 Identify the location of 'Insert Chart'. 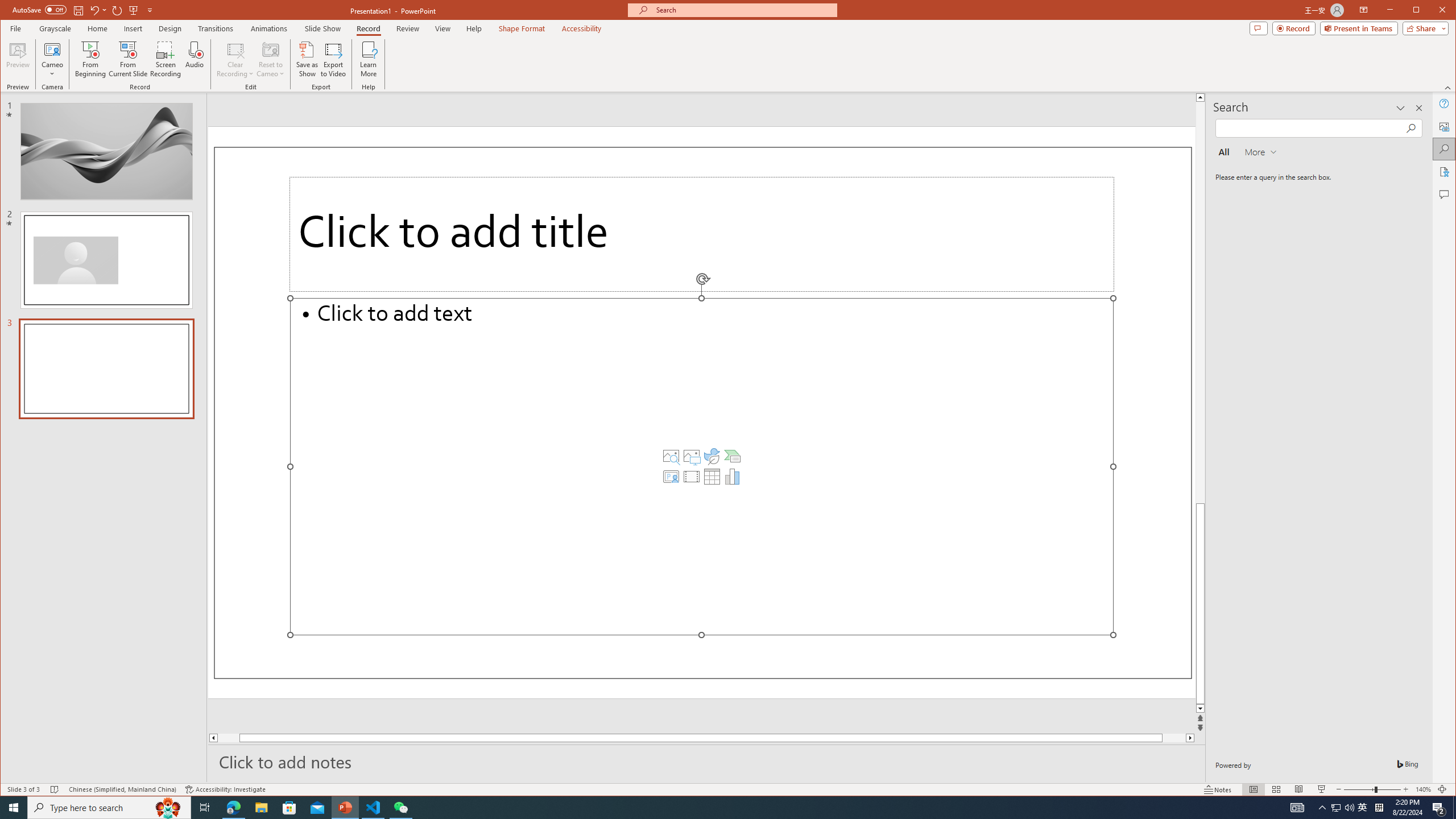
(732, 477).